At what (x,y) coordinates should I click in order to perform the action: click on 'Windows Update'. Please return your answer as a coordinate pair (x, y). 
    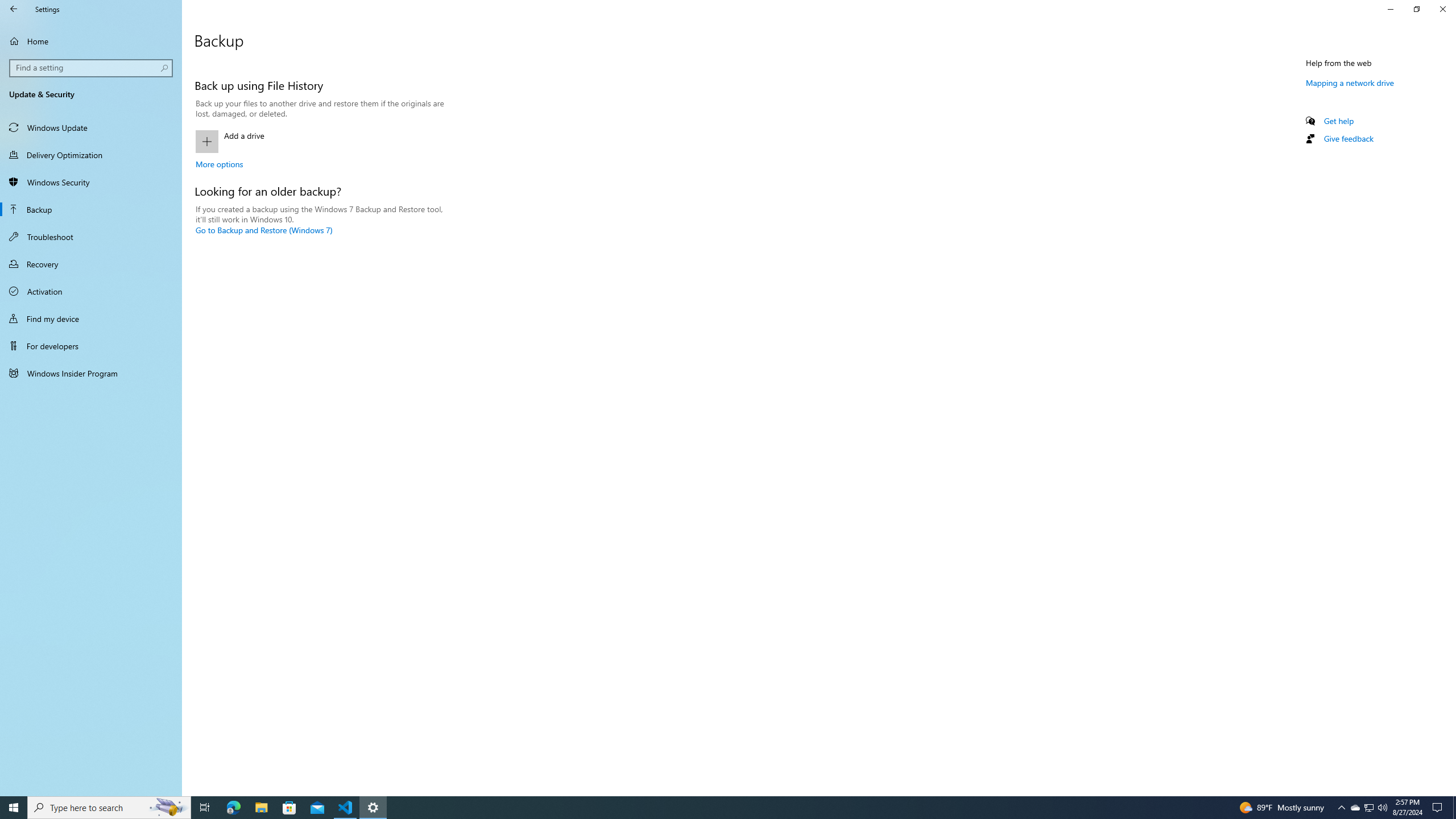
    Looking at the image, I should click on (90, 126).